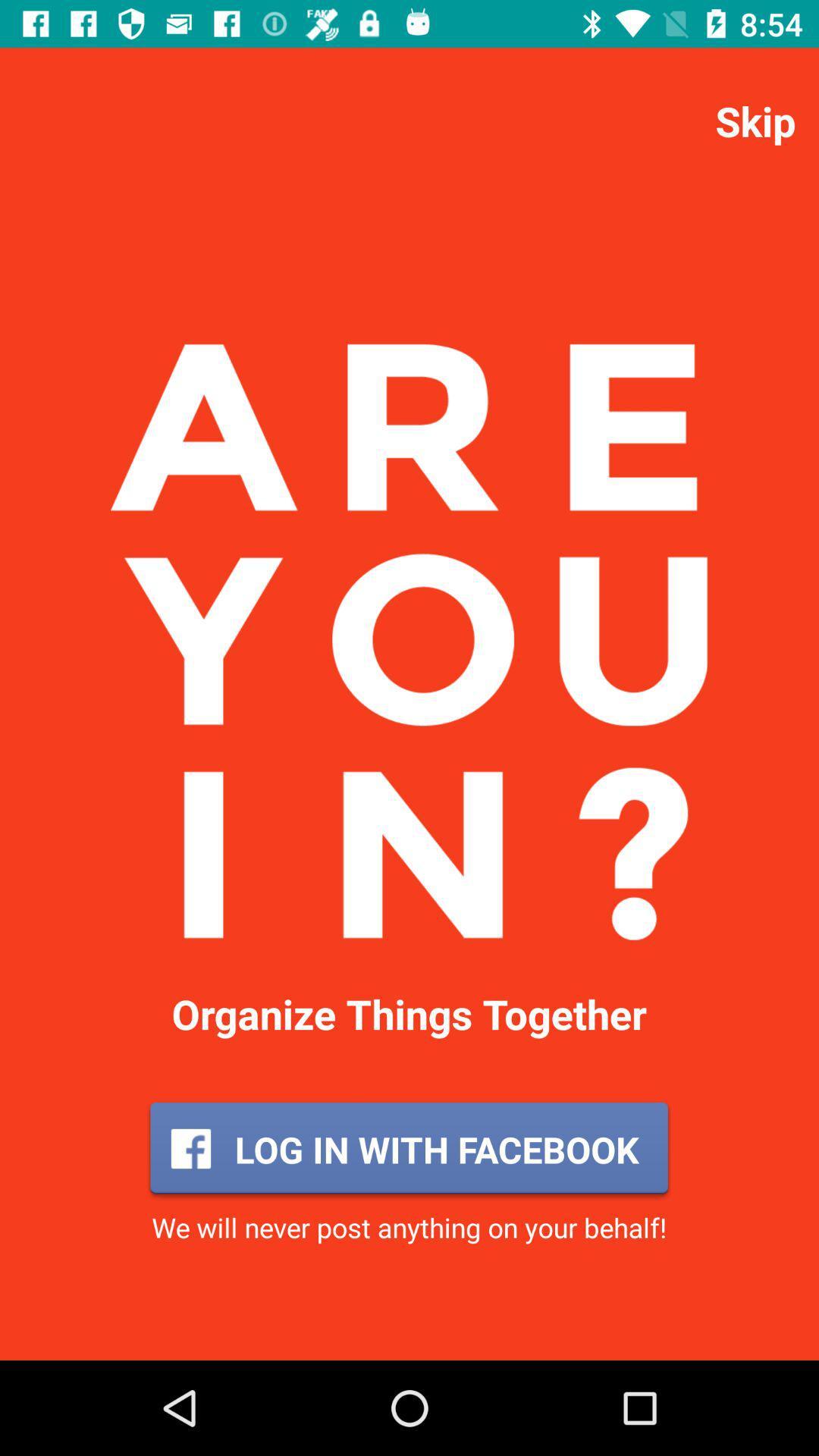 The width and height of the screenshot is (819, 1456). I want to click on the item at the top right corner, so click(755, 120).